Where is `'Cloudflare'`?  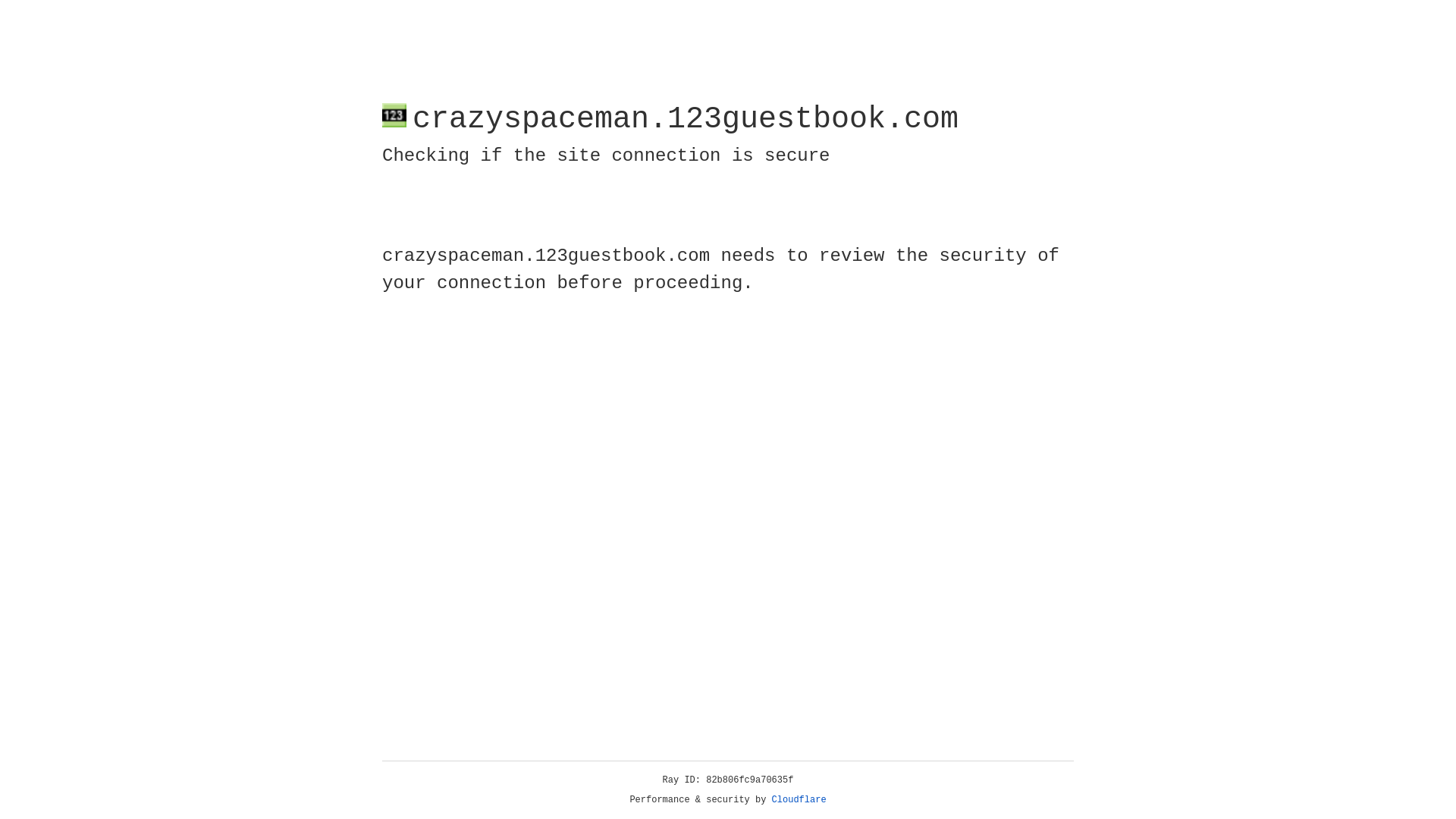
'Cloudflare' is located at coordinates (799, 799).